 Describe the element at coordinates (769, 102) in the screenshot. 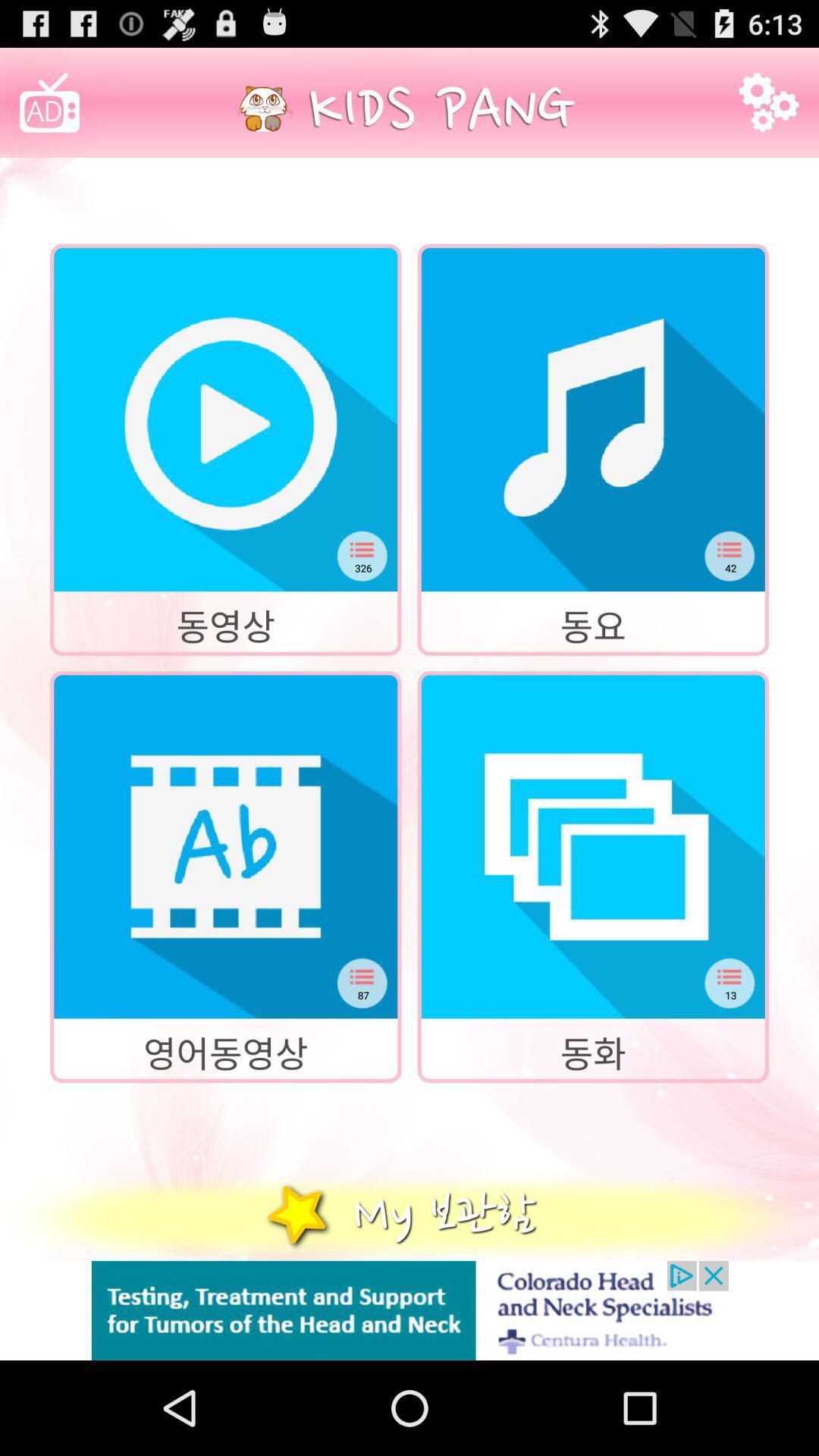

I see `settings icon in right top` at that location.